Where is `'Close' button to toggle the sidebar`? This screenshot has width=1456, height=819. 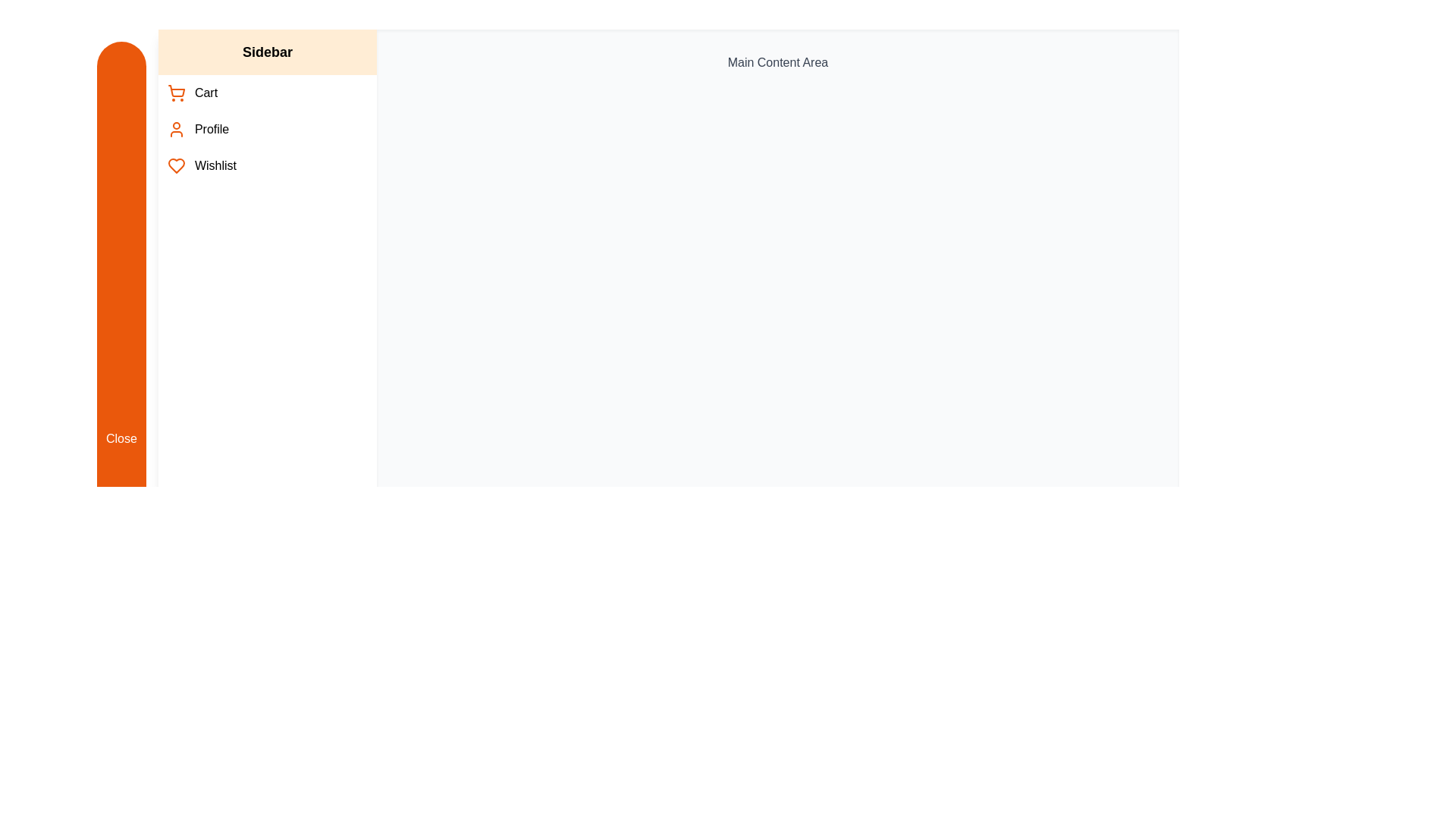
'Close' button to toggle the sidebar is located at coordinates (120, 438).